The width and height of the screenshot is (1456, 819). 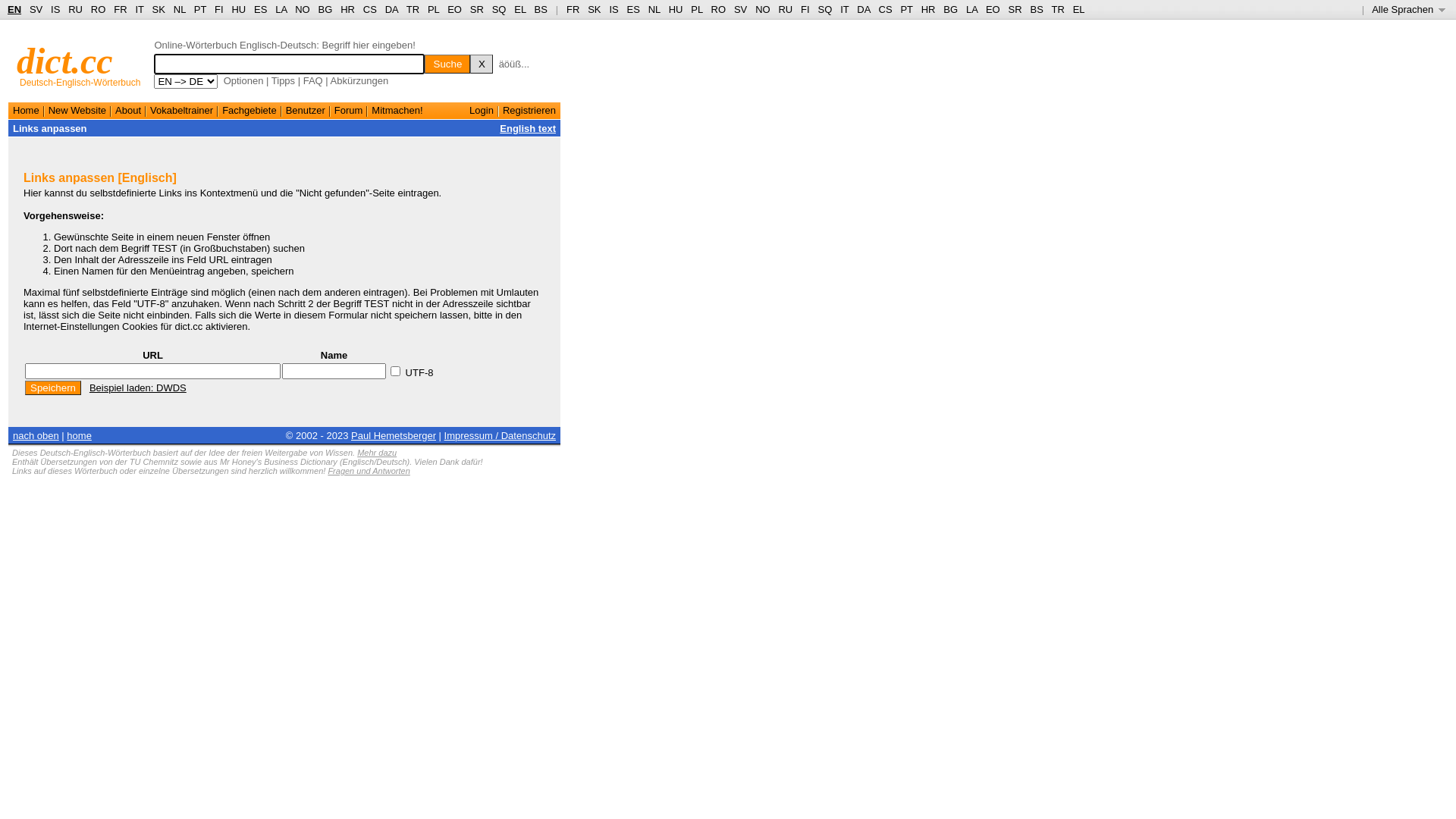 What do you see at coordinates (695, 9) in the screenshot?
I see `'PL'` at bounding box center [695, 9].